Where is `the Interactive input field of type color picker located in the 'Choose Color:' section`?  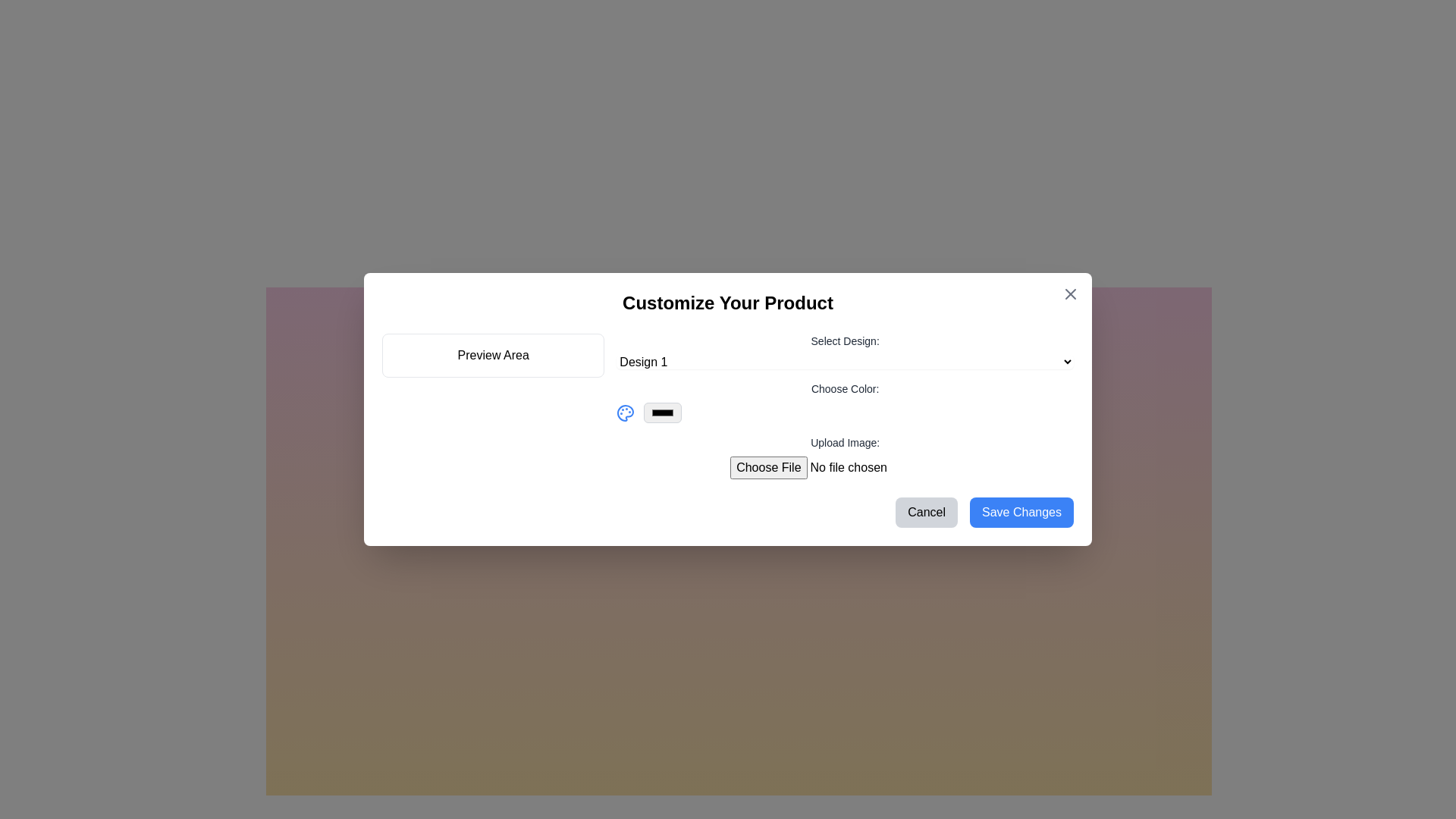
the Interactive input field of type color picker located in the 'Choose Color:' section is located at coordinates (844, 413).